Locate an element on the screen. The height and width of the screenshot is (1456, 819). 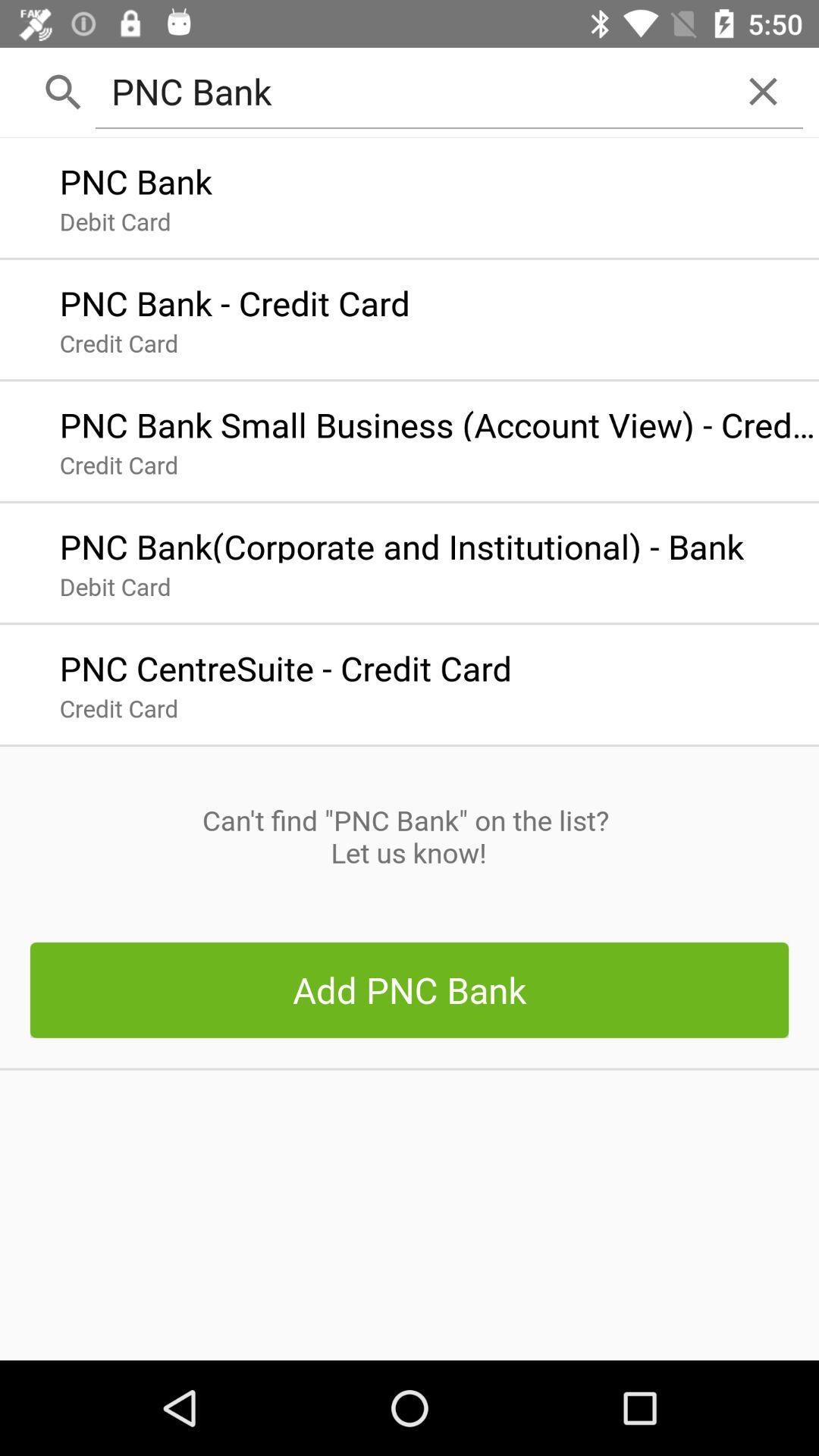
the app below the credit card item is located at coordinates (408, 836).